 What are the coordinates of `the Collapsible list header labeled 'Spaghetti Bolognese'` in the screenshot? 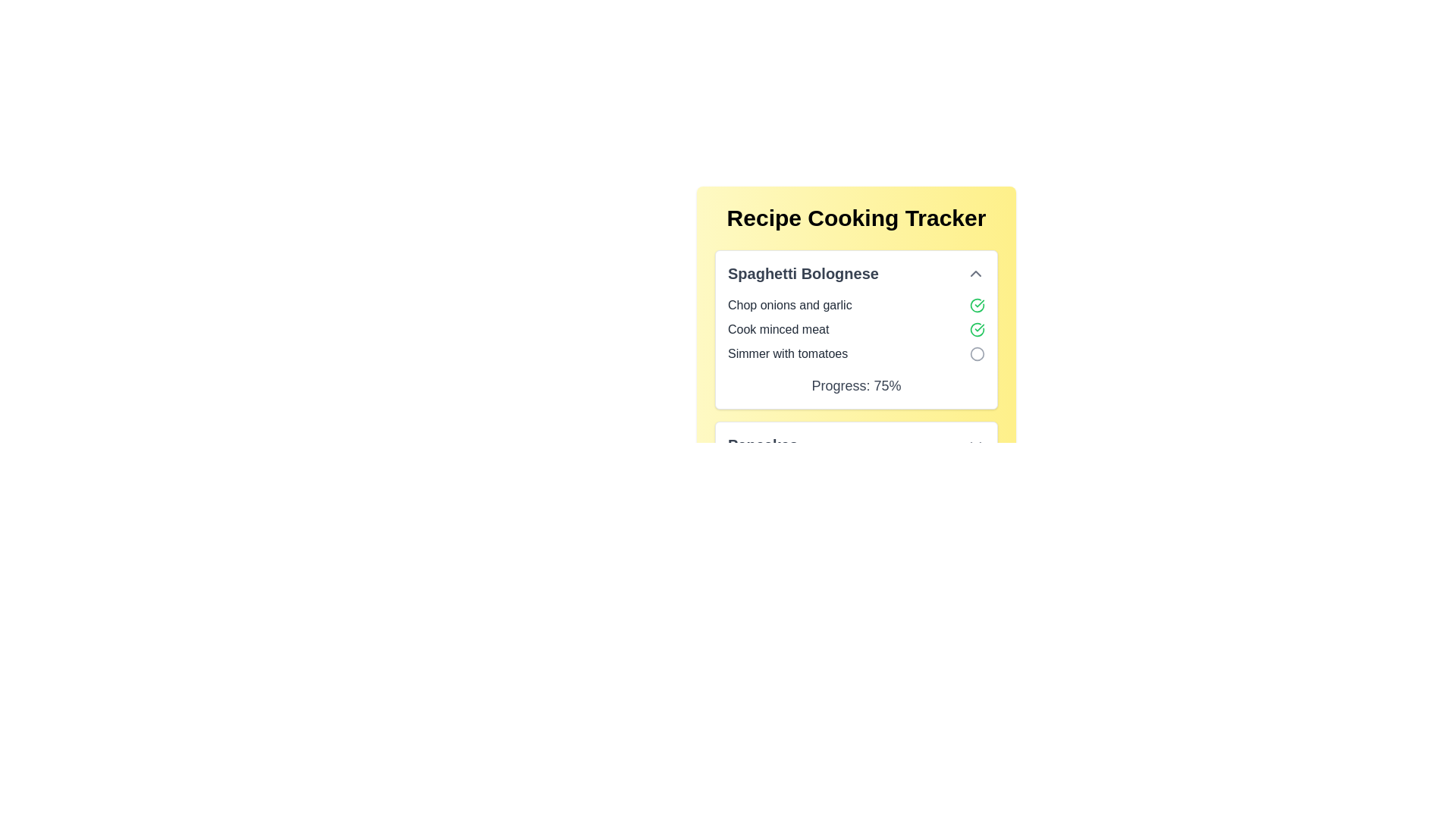 It's located at (856, 274).